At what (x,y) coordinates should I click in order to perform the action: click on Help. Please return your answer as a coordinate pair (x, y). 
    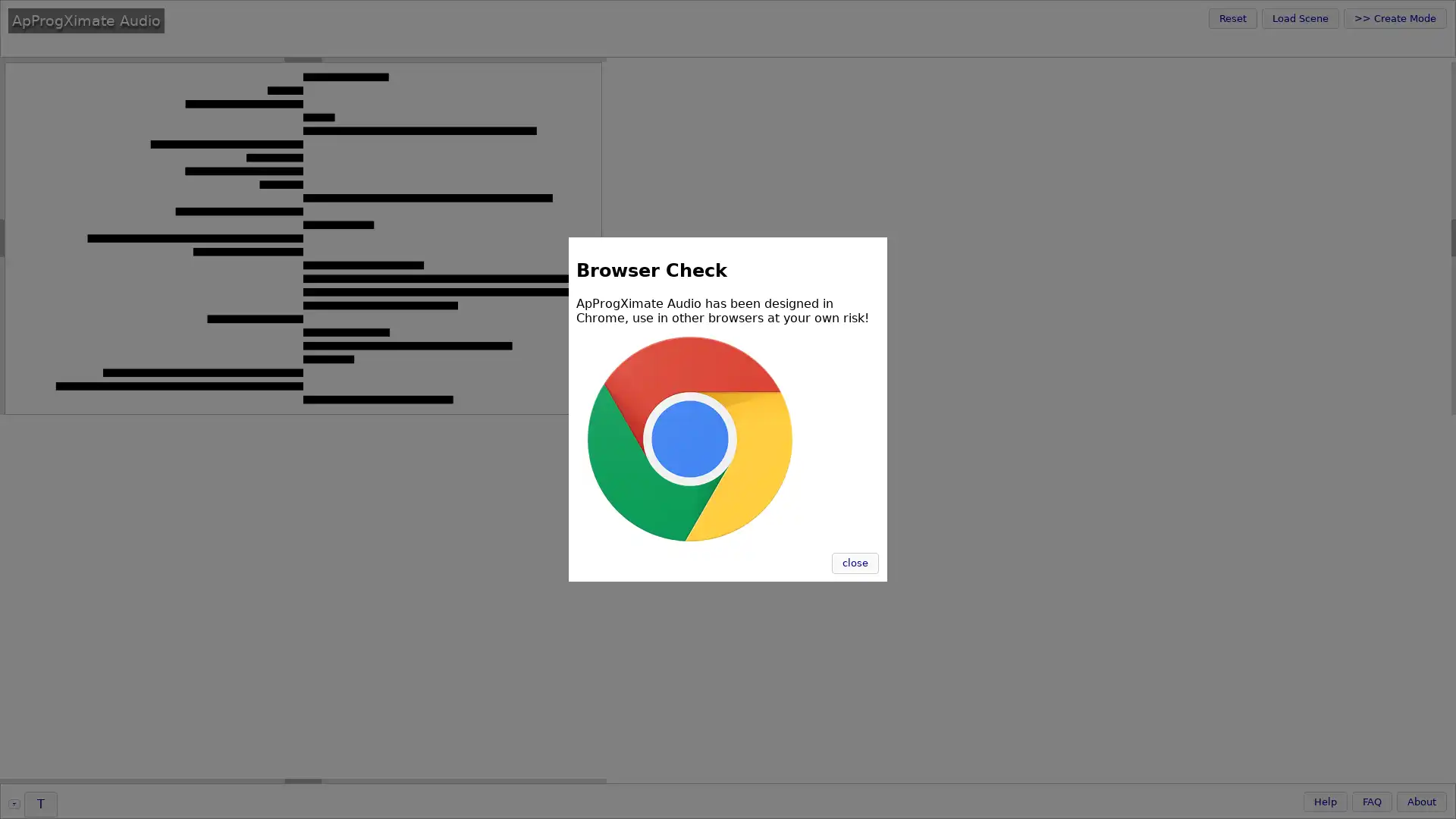
    Looking at the image, I should click on (1324, 794).